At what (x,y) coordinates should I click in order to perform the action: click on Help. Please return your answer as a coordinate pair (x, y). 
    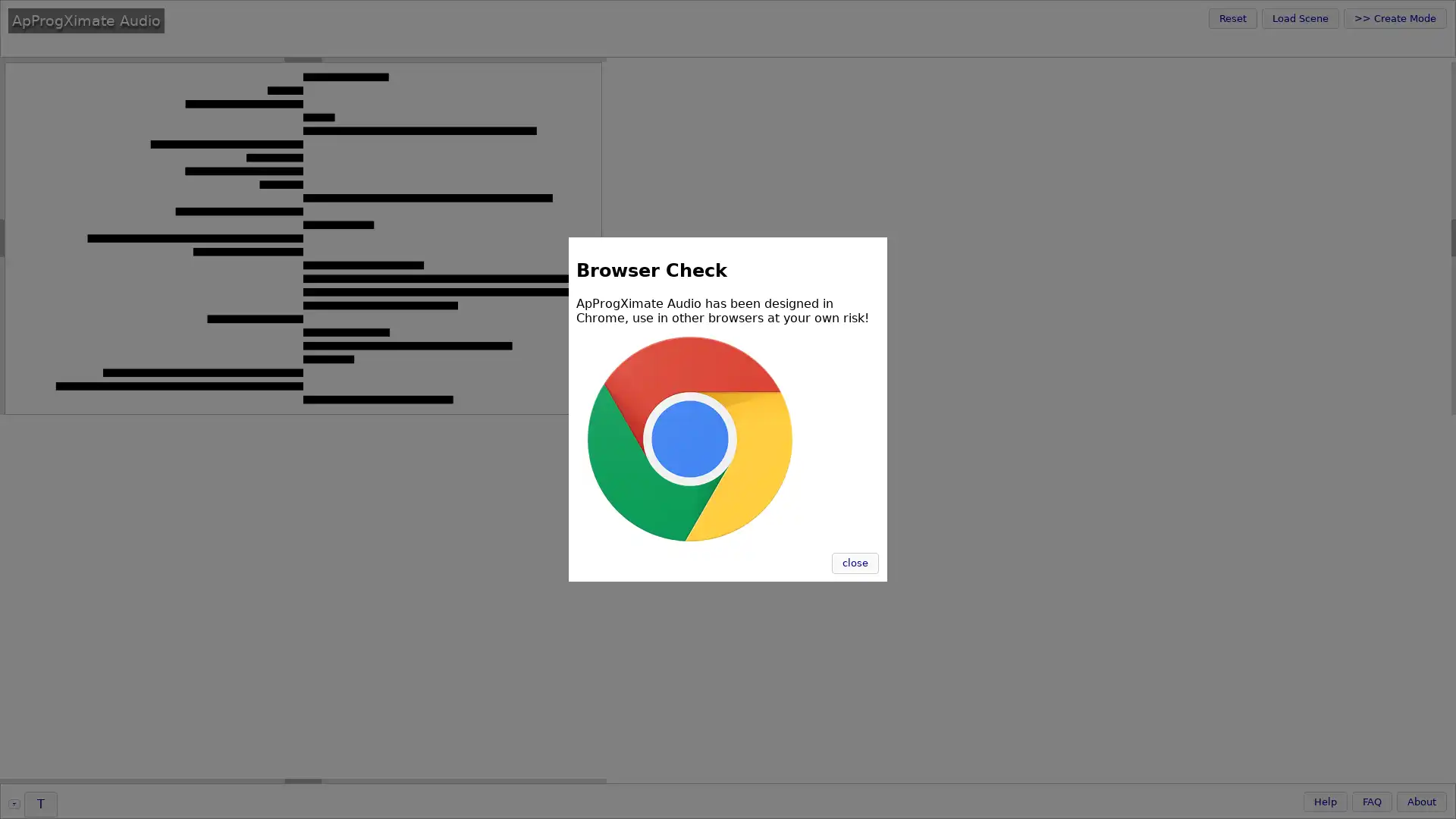
    Looking at the image, I should click on (1324, 794).